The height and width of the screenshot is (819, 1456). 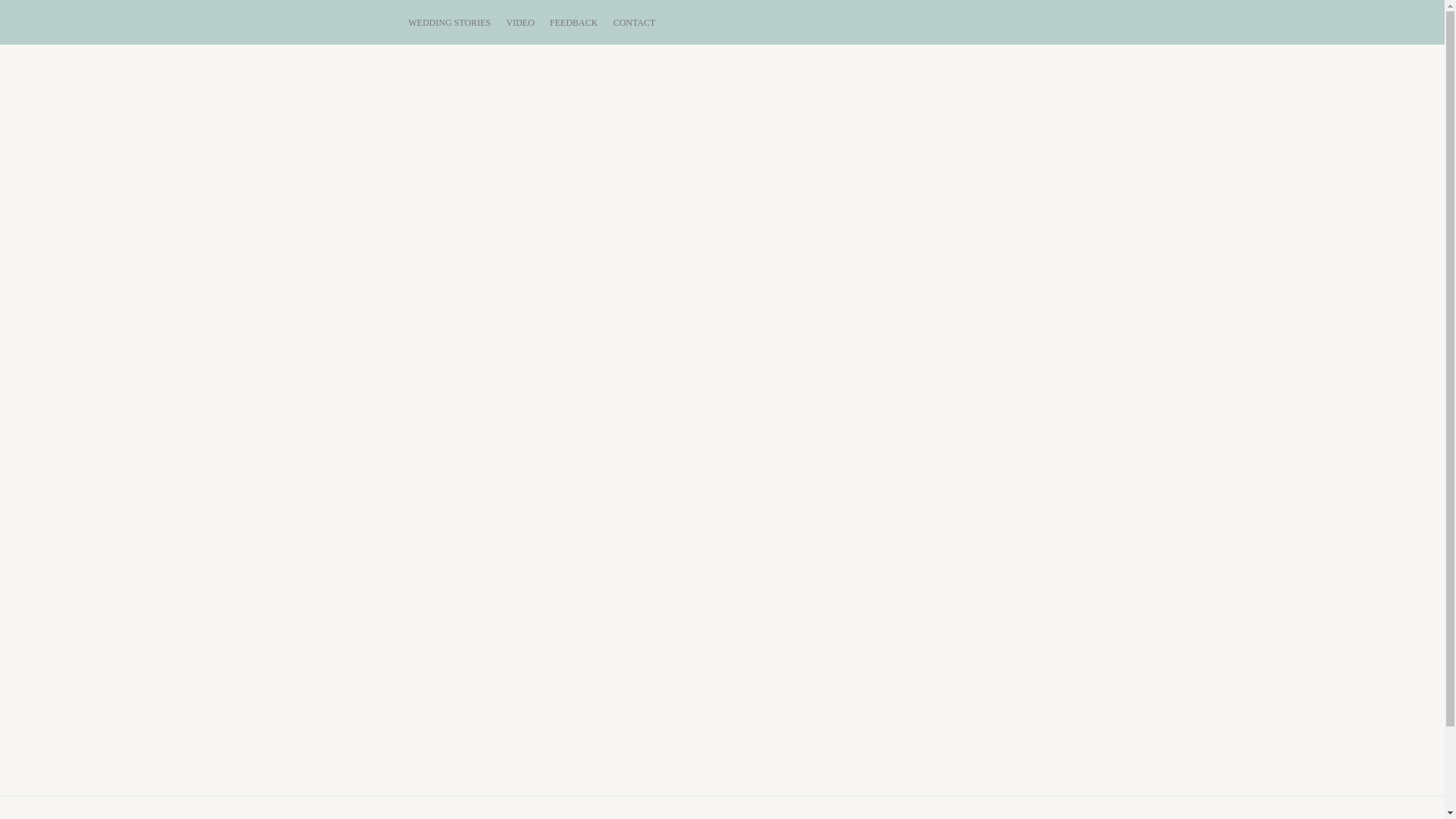 What do you see at coordinates (407, 23) in the screenshot?
I see `'WEDDING STORIES'` at bounding box center [407, 23].